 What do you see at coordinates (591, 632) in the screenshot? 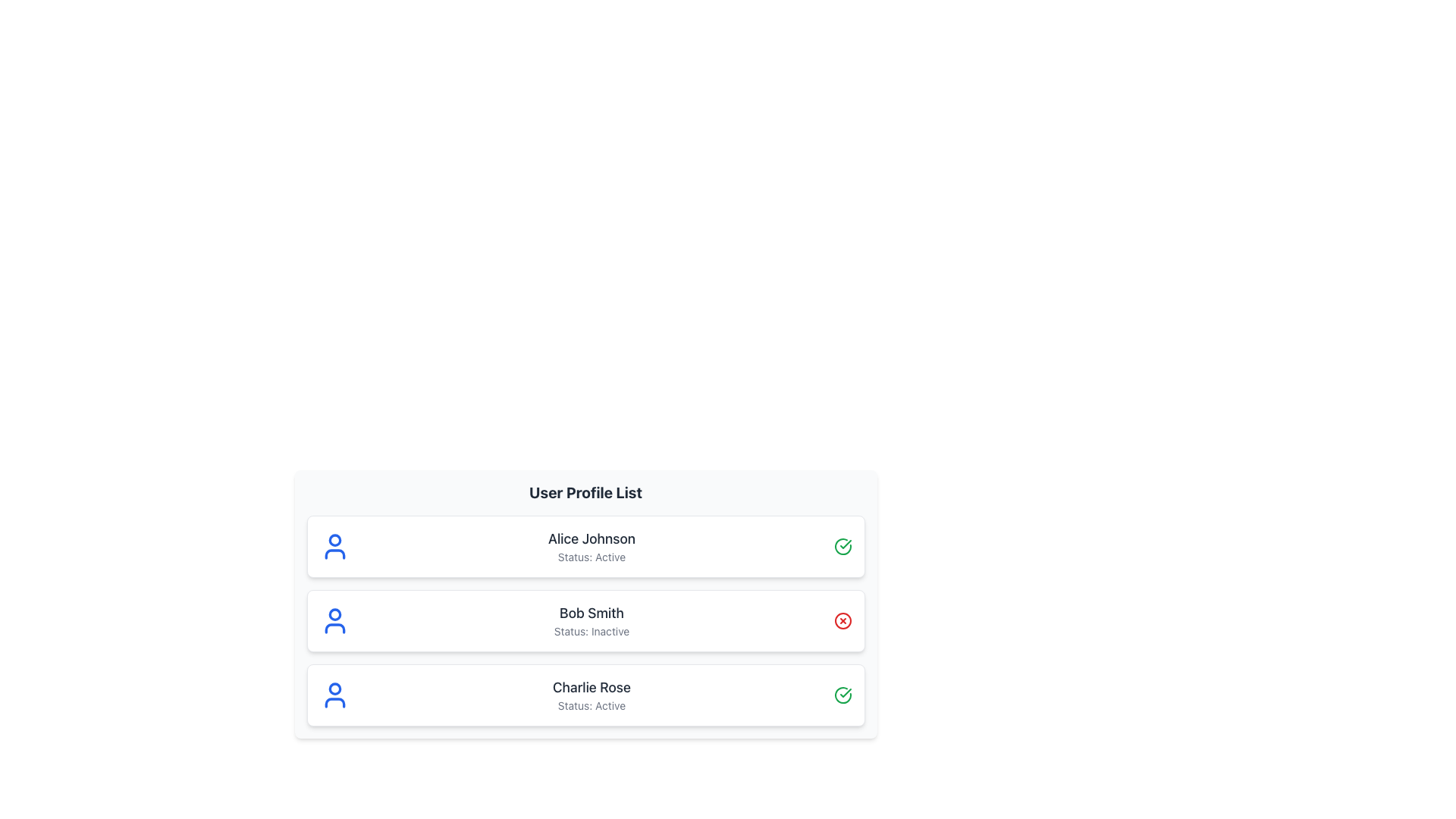
I see `the text label displaying 'Status: Inactive' located beneath 'Bob Smith' in the user profile list` at bounding box center [591, 632].